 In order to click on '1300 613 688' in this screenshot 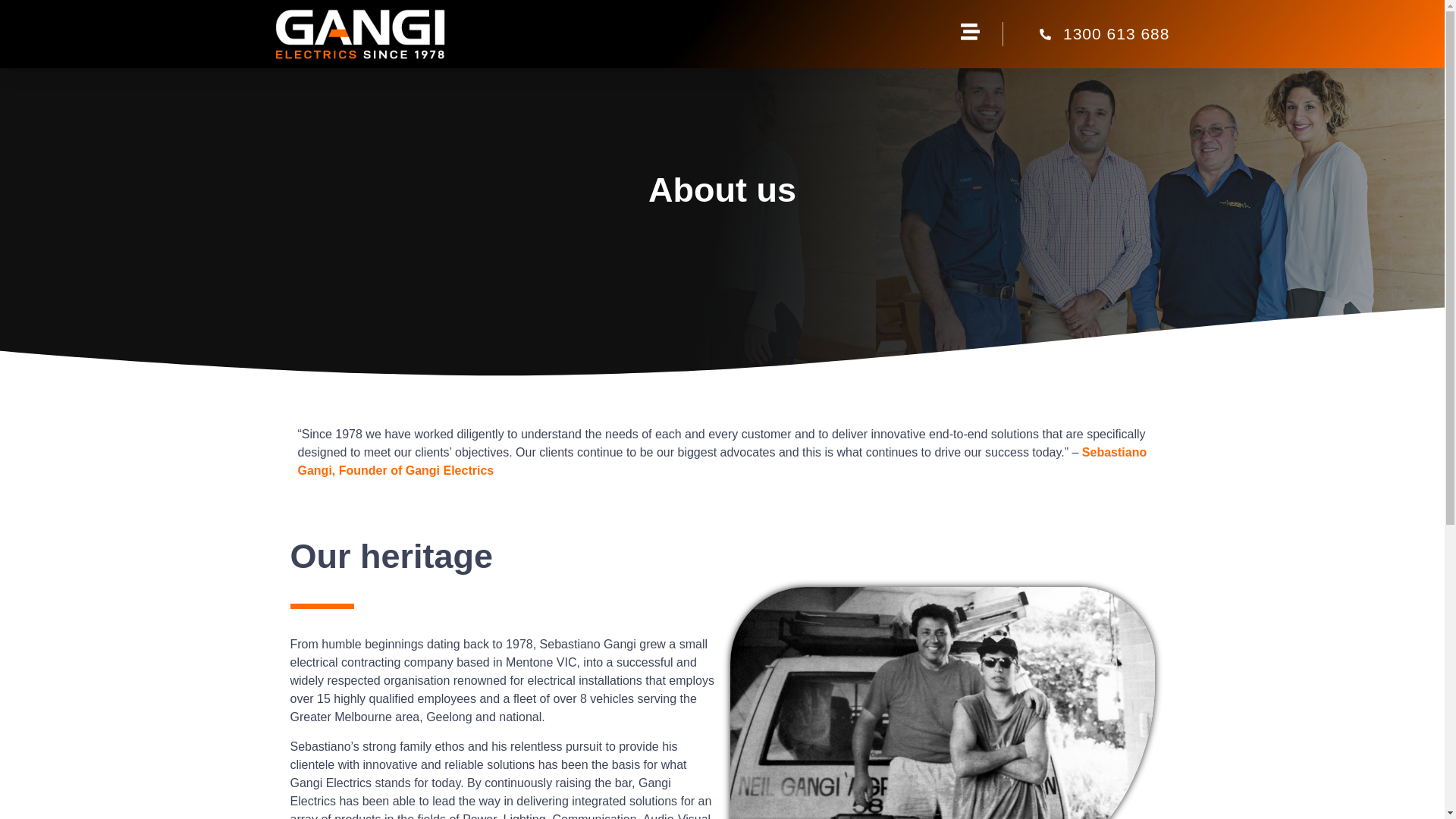, I will do `click(1085, 34)`.